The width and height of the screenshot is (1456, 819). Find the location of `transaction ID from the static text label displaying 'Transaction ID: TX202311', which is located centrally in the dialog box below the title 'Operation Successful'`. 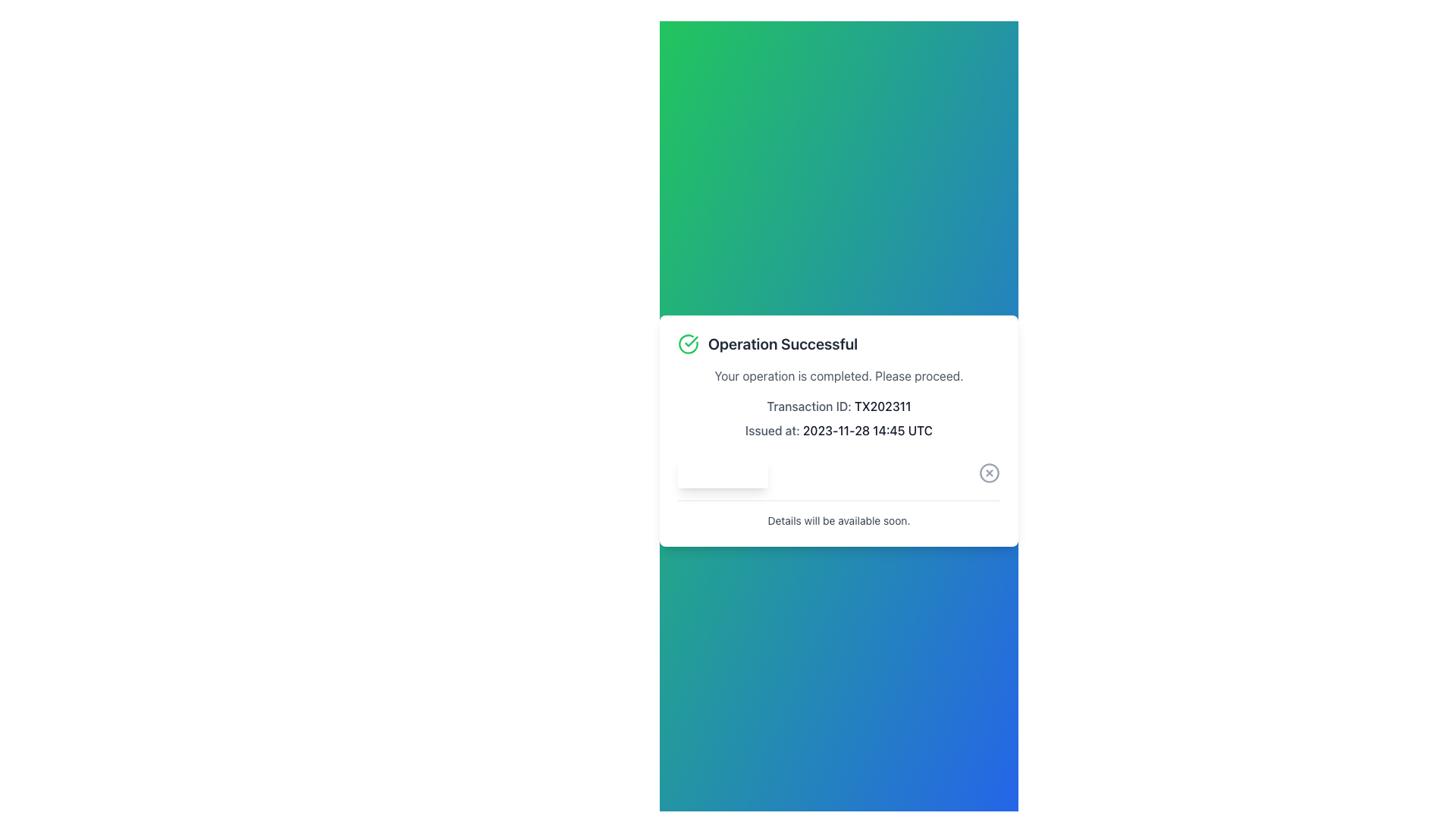

transaction ID from the static text label displaying 'Transaction ID: TX202311', which is located centrally in the dialog box below the title 'Operation Successful' is located at coordinates (838, 405).